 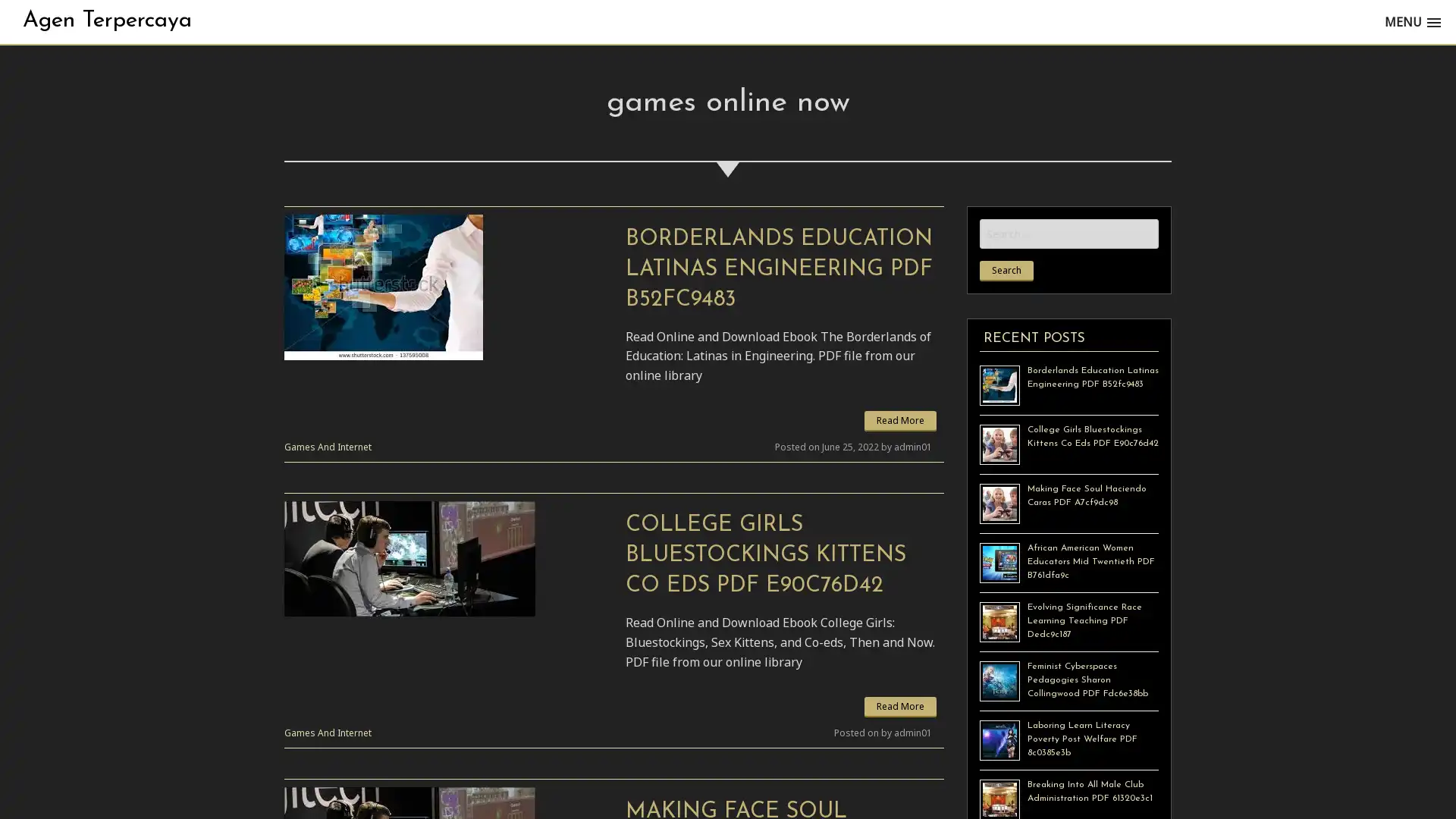 What do you see at coordinates (1006, 270) in the screenshot?
I see `Search` at bounding box center [1006, 270].